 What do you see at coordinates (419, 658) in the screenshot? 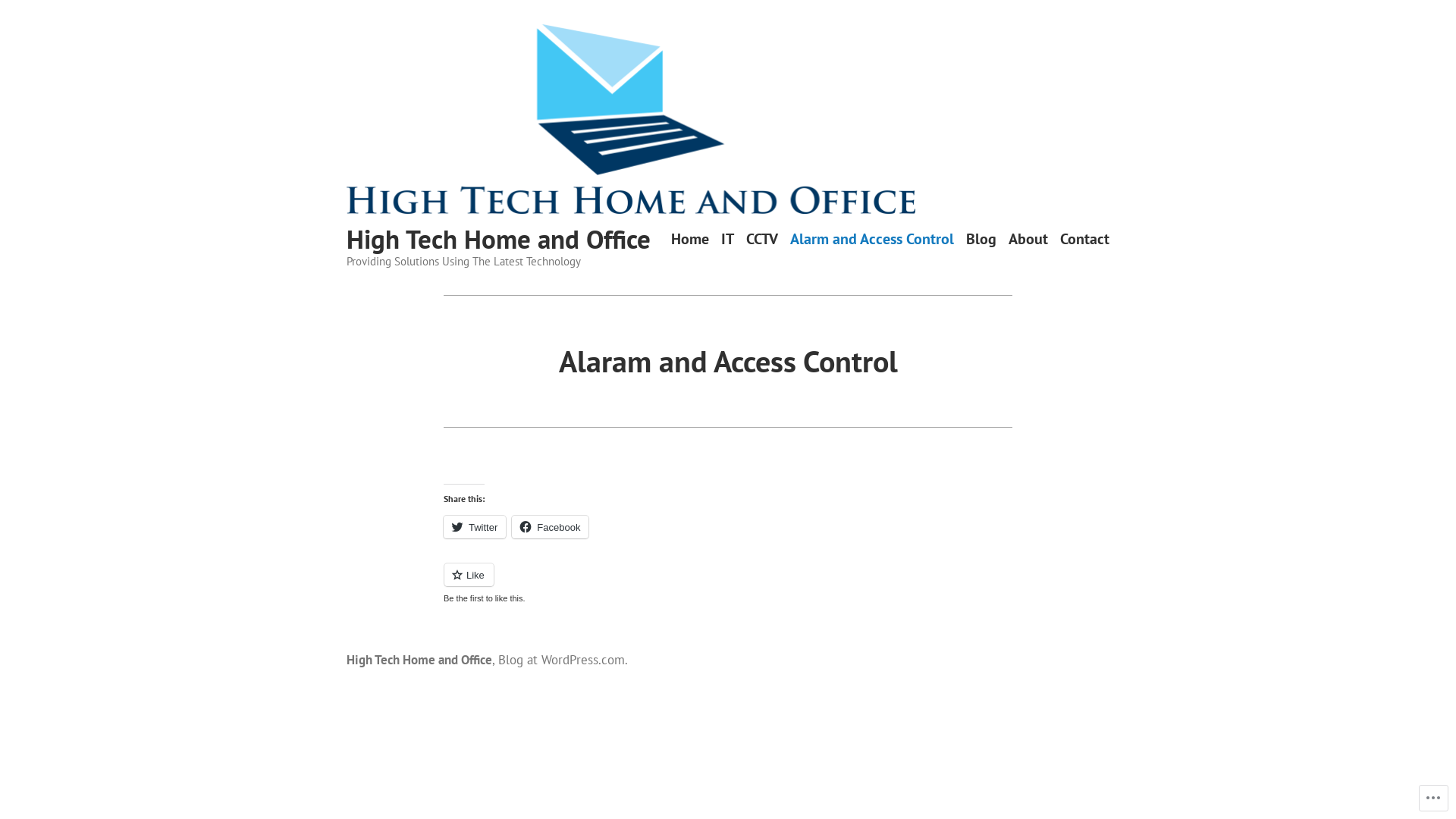
I see `'High Tech Home and Office'` at bounding box center [419, 658].